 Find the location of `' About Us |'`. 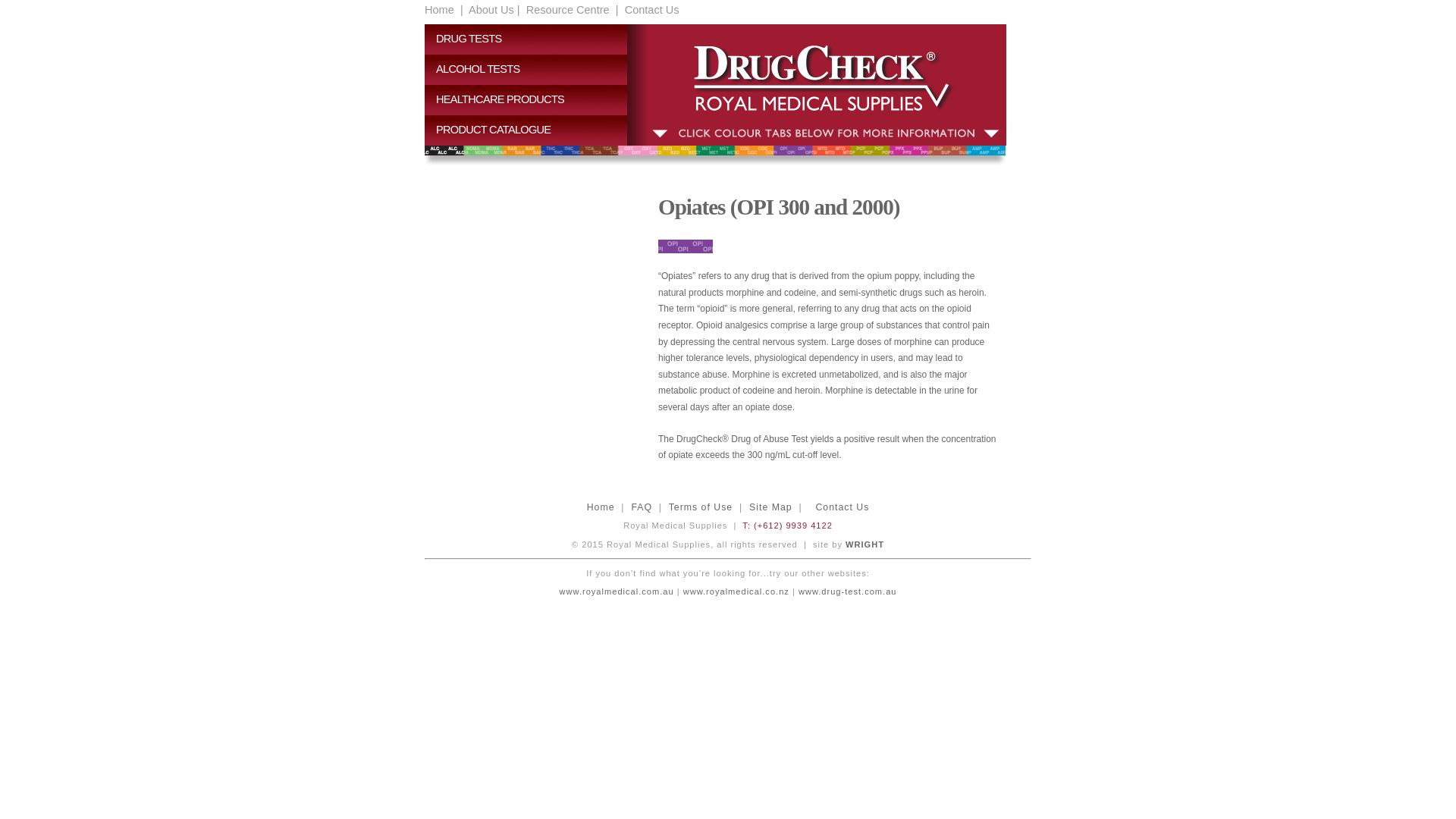

' About Us |' is located at coordinates (493, 9).